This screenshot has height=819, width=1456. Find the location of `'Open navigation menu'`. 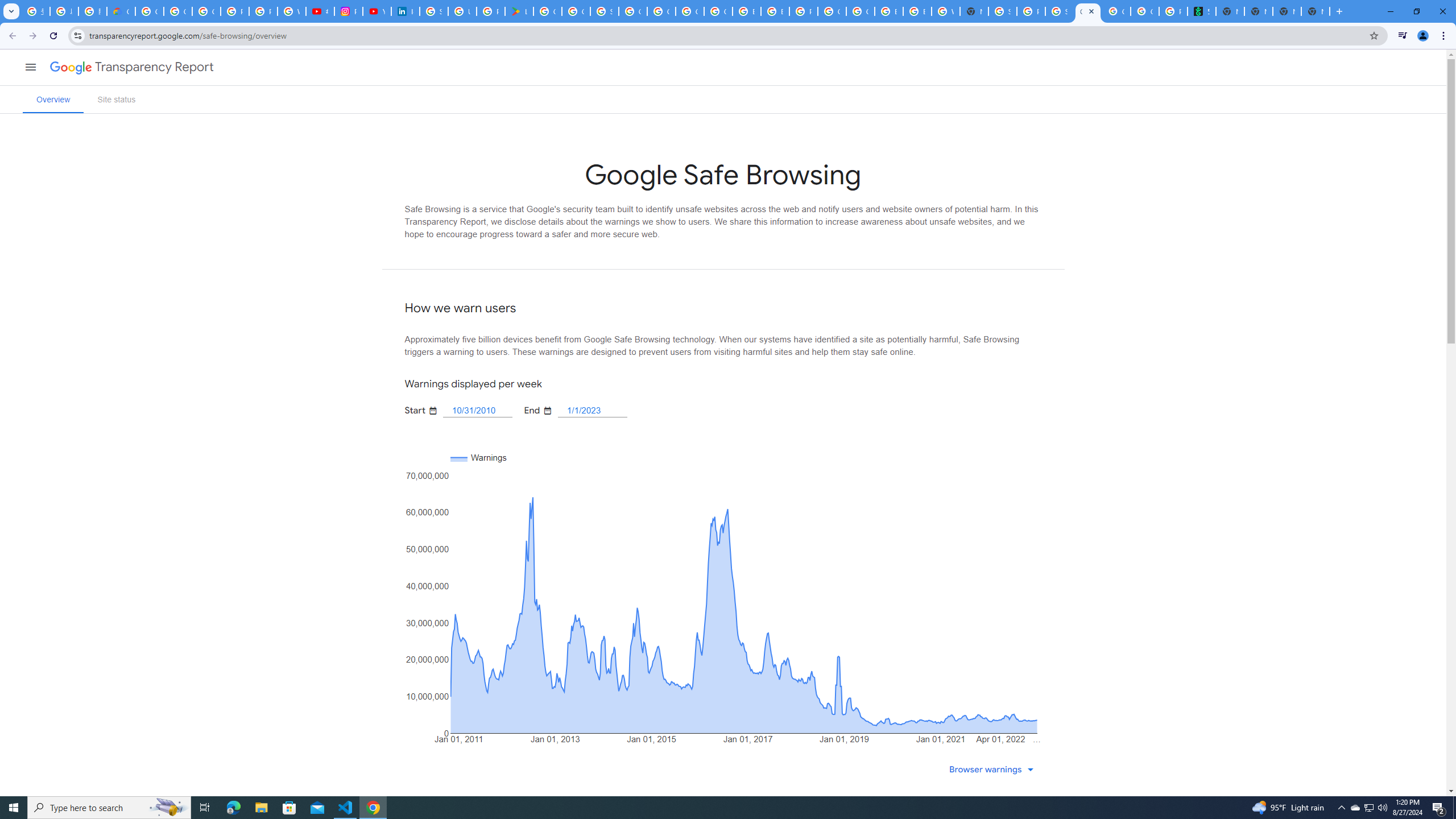

'Open navigation menu' is located at coordinates (30, 66).